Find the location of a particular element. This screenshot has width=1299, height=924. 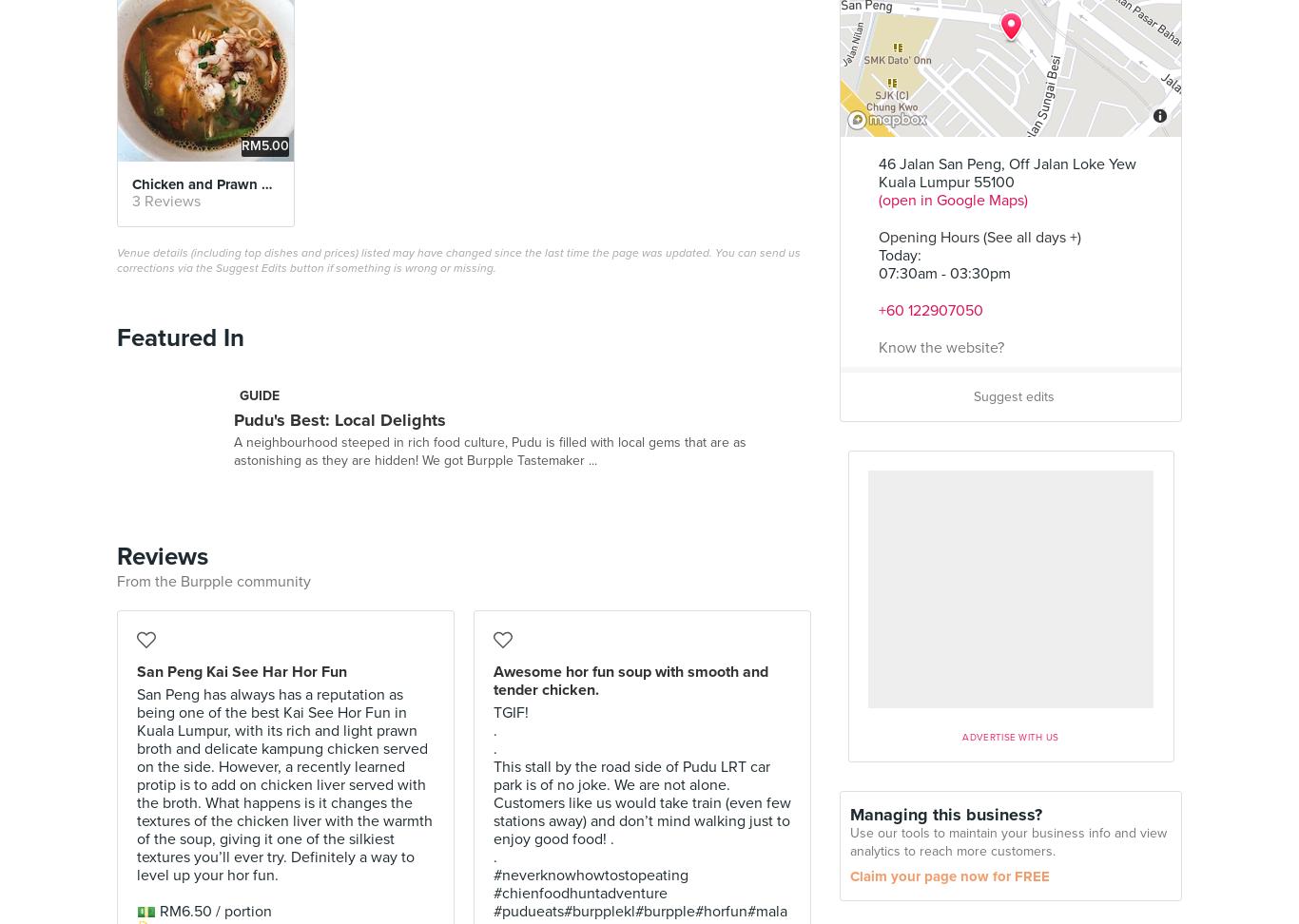

'Opening Hours (See all days +)' is located at coordinates (979, 237).